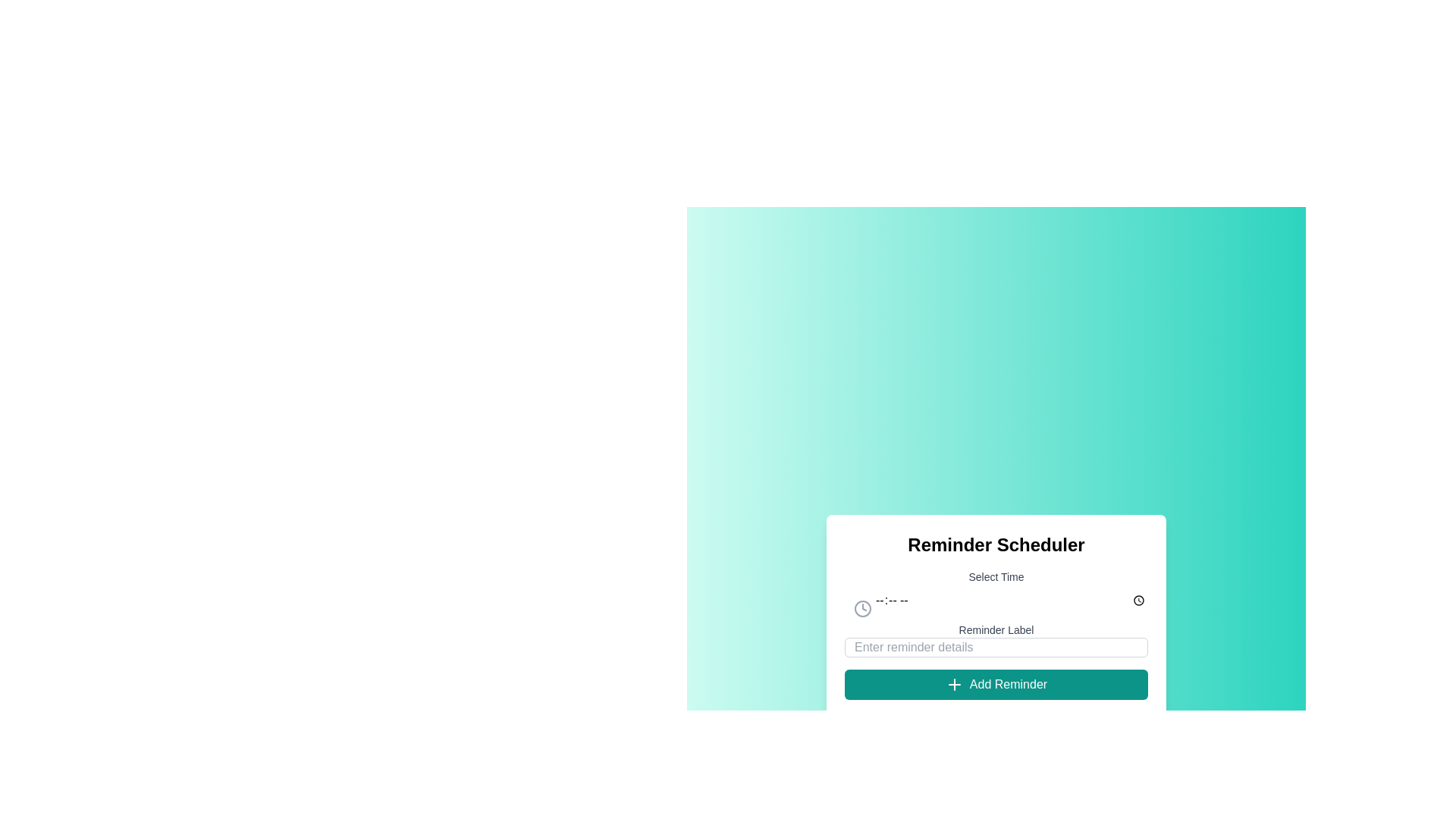 The width and height of the screenshot is (1456, 819). What do you see at coordinates (996, 599) in the screenshot?
I see `keyboard navigation` at bounding box center [996, 599].